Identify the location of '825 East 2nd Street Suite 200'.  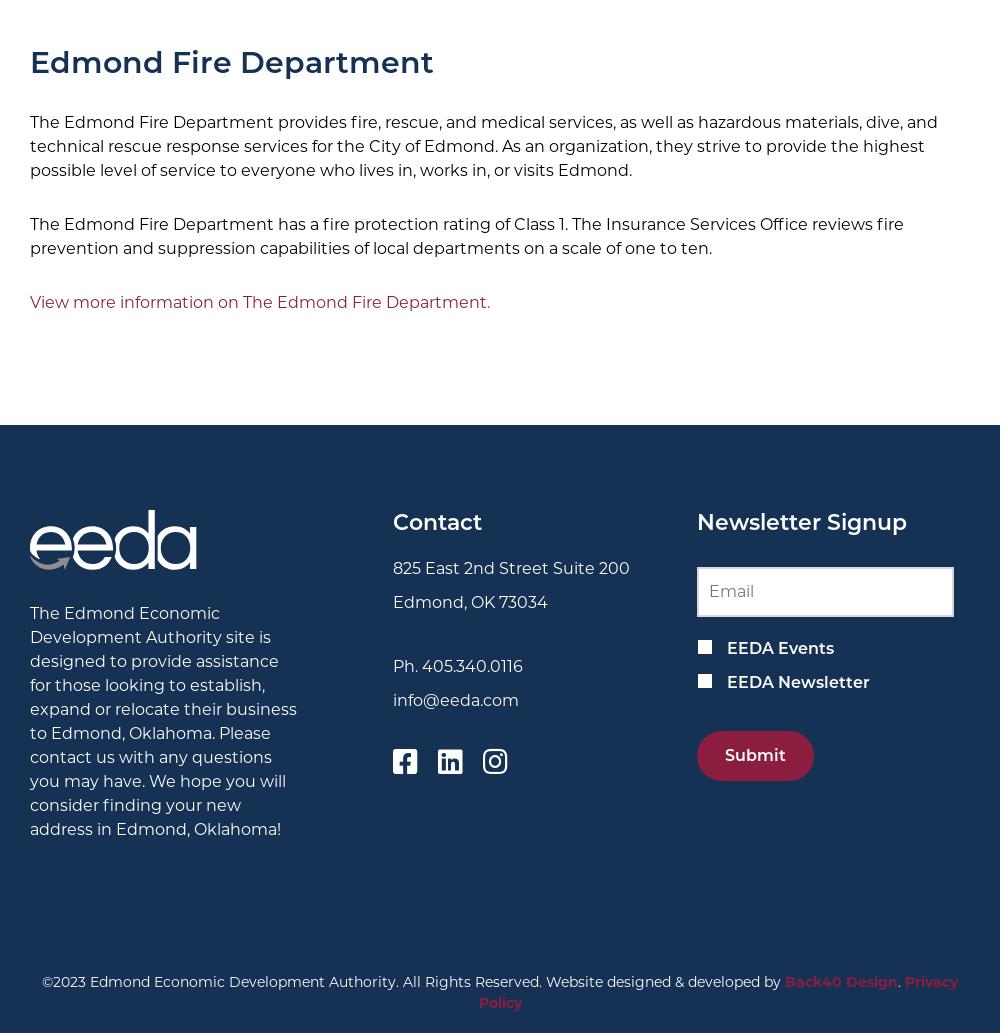
(393, 566).